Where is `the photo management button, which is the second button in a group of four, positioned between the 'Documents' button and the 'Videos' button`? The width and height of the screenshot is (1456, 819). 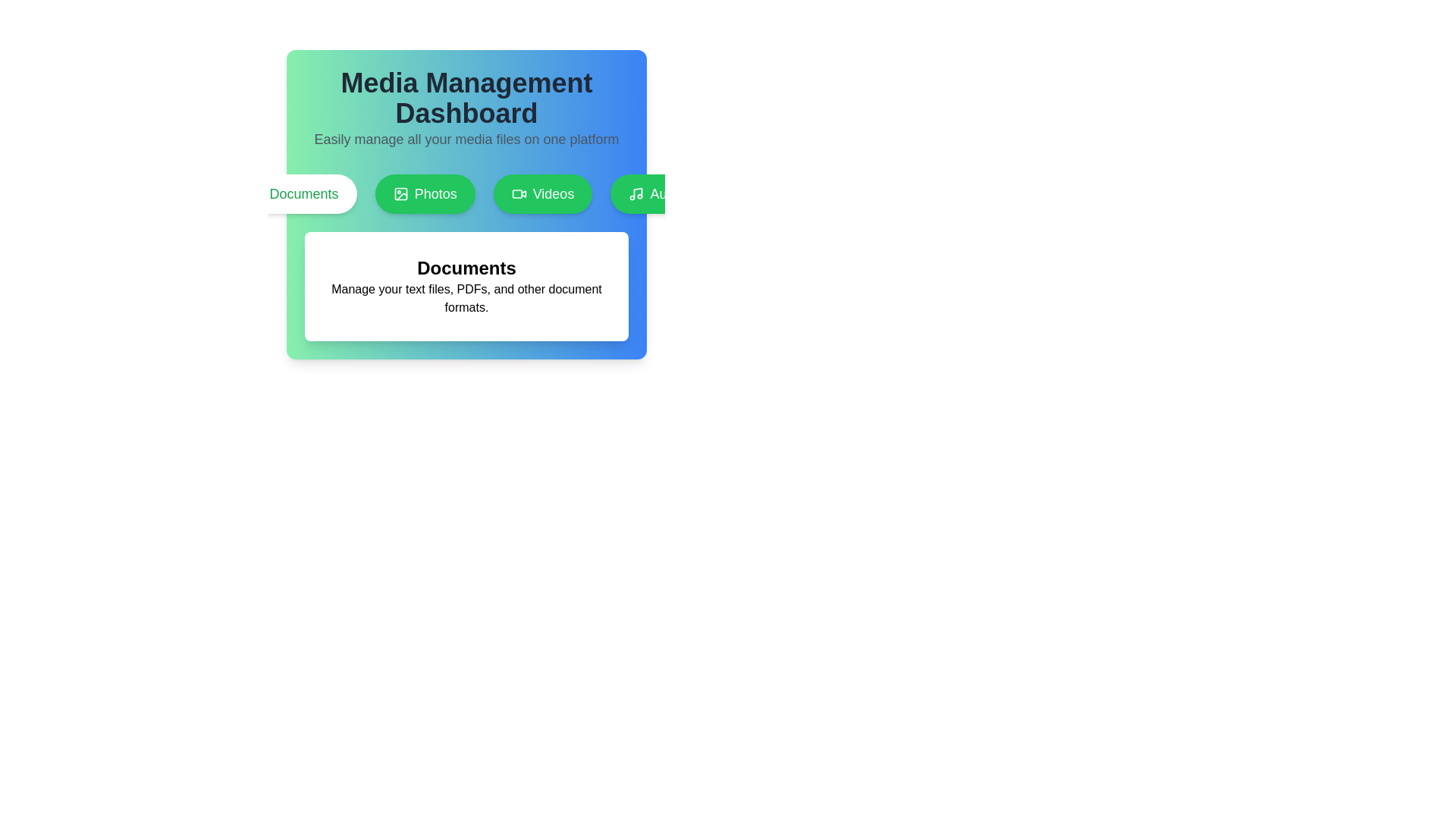
the photo management button, which is the second button in a group of four, positioned between the 'Documents' button and the 'Videos' button is located at coordinates (425, 193).